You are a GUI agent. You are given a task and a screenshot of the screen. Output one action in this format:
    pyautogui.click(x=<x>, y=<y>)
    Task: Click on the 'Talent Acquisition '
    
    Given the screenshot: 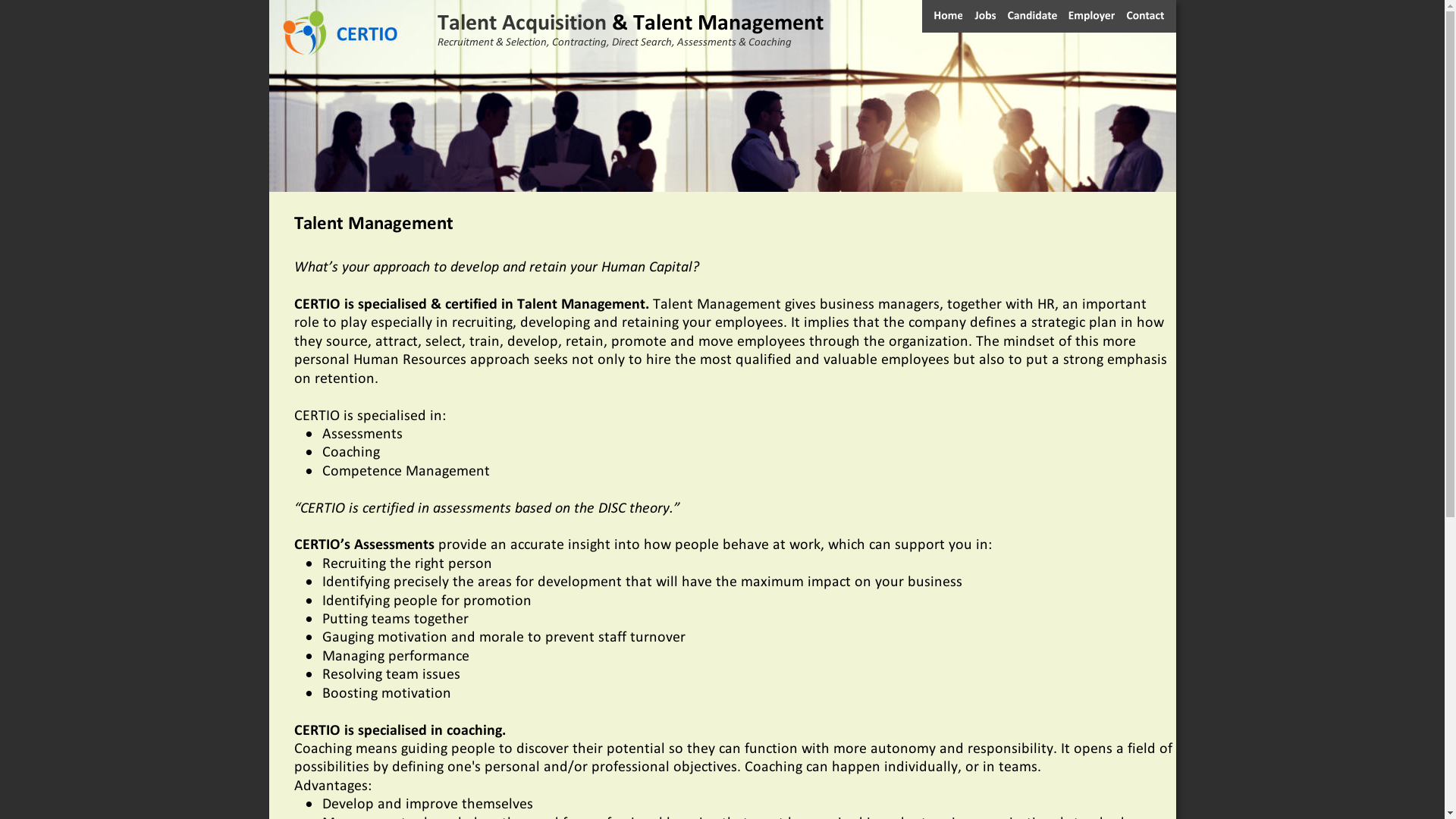 What is the action you would take?
    pyautogui.click(x=436, y=15)
    